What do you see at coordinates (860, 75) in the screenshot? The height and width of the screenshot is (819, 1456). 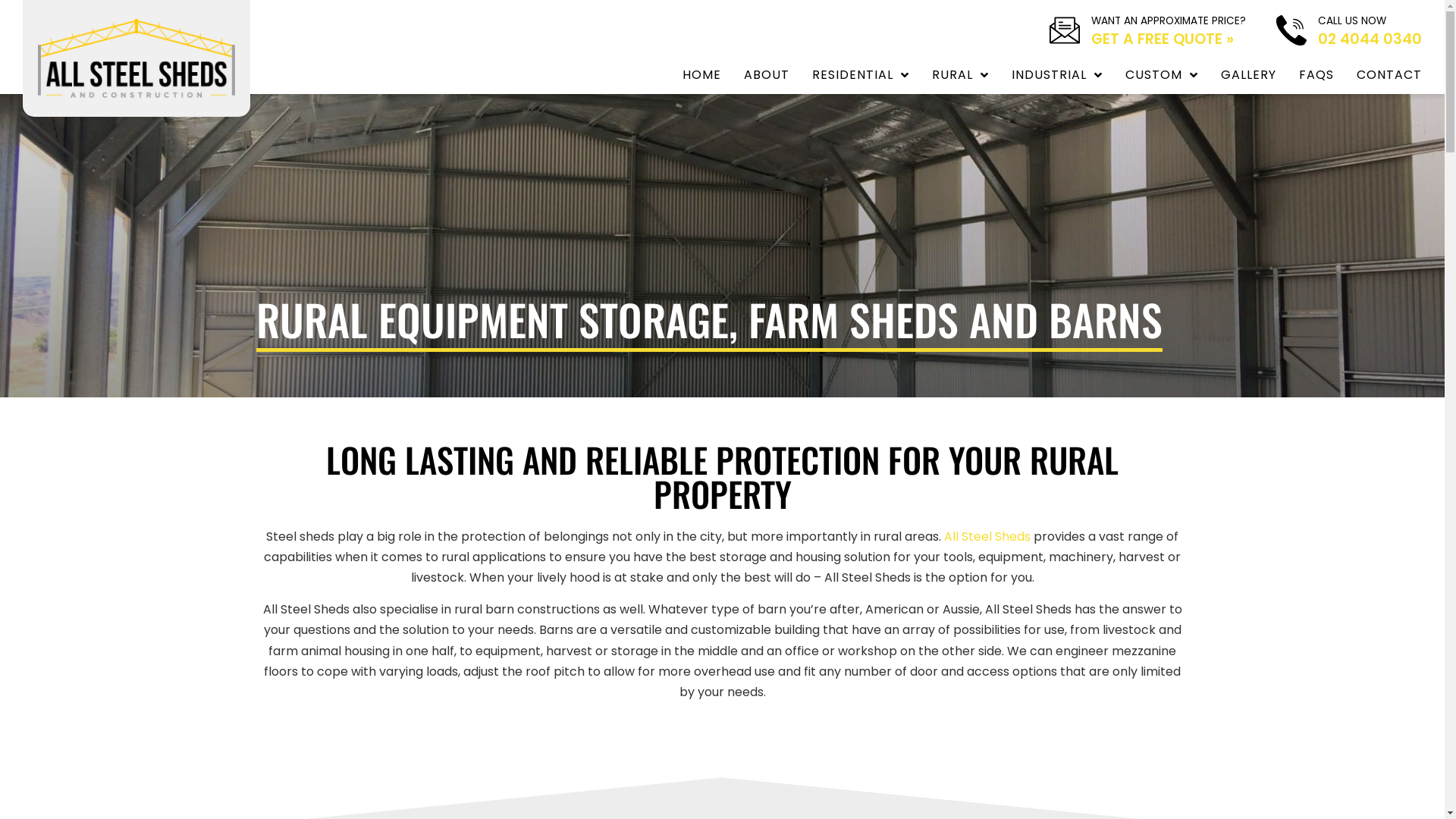 I see `'RESIDENTIAL'` at bounding box center [860, 75].